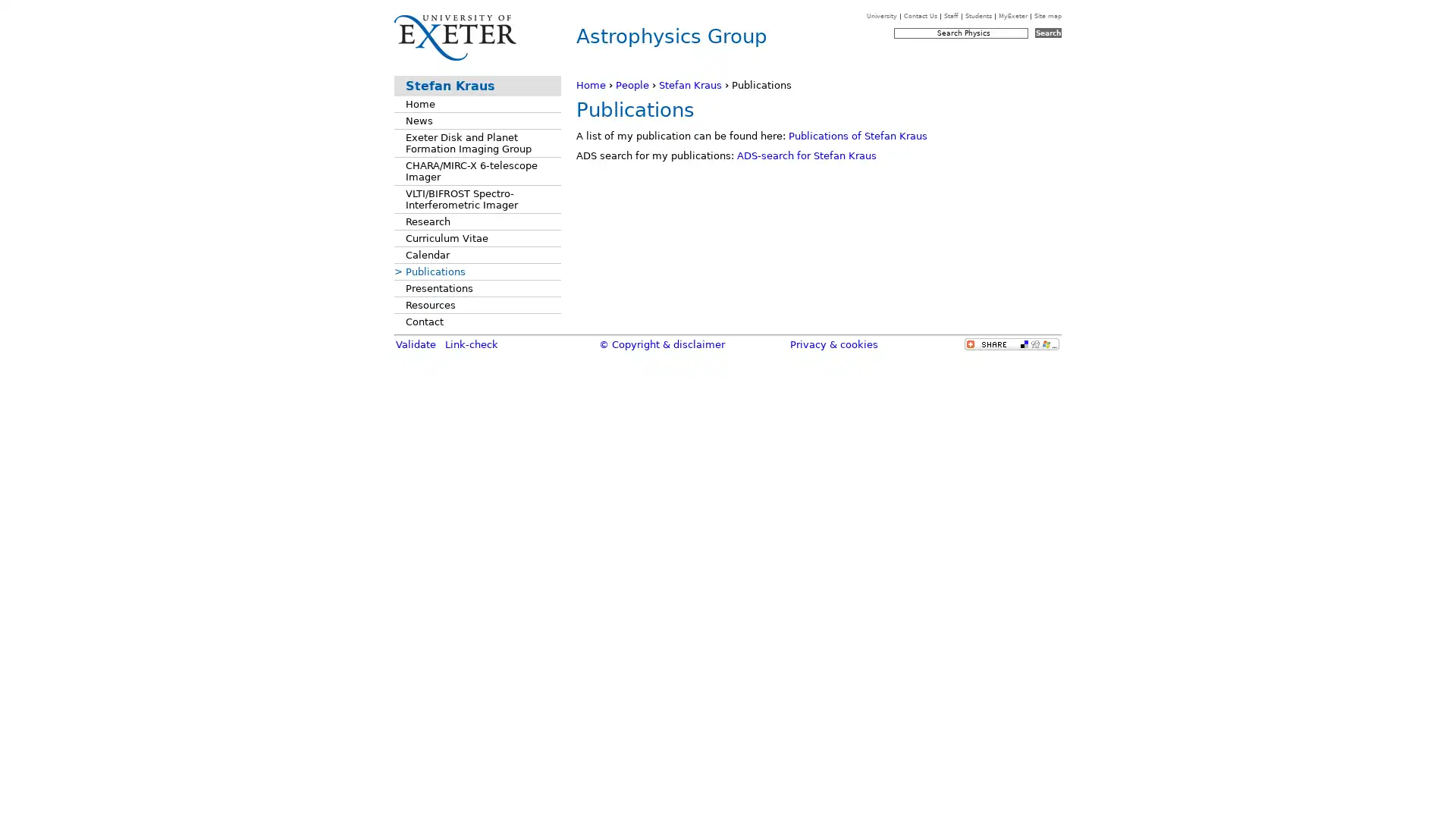 This screenshot has height=819, width=1456. I want to click on Search, so click(1047, 33).